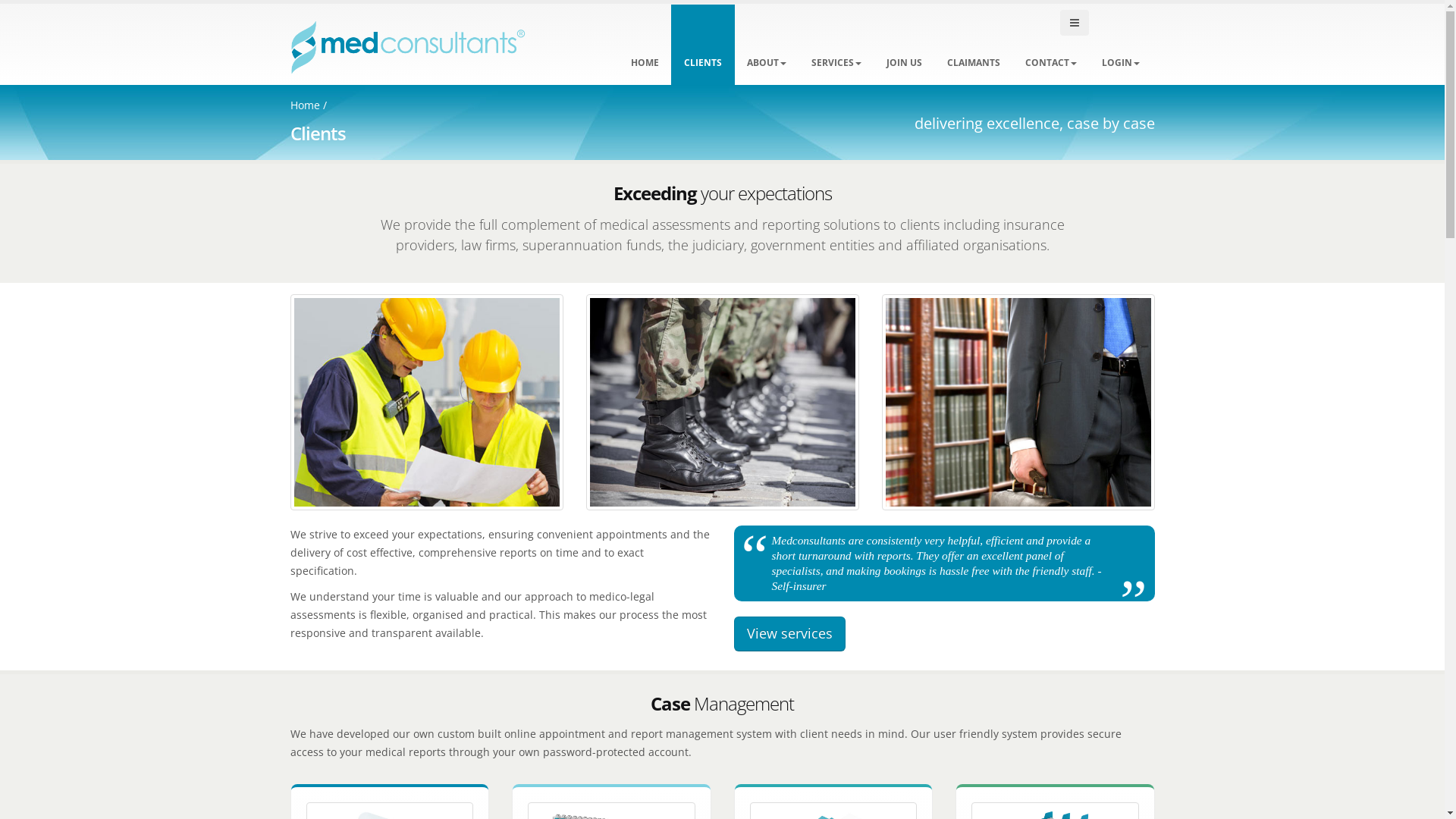 The height and width of the screenshot is (819, 1456). I want to click on 'Home /', so click(290, 104).